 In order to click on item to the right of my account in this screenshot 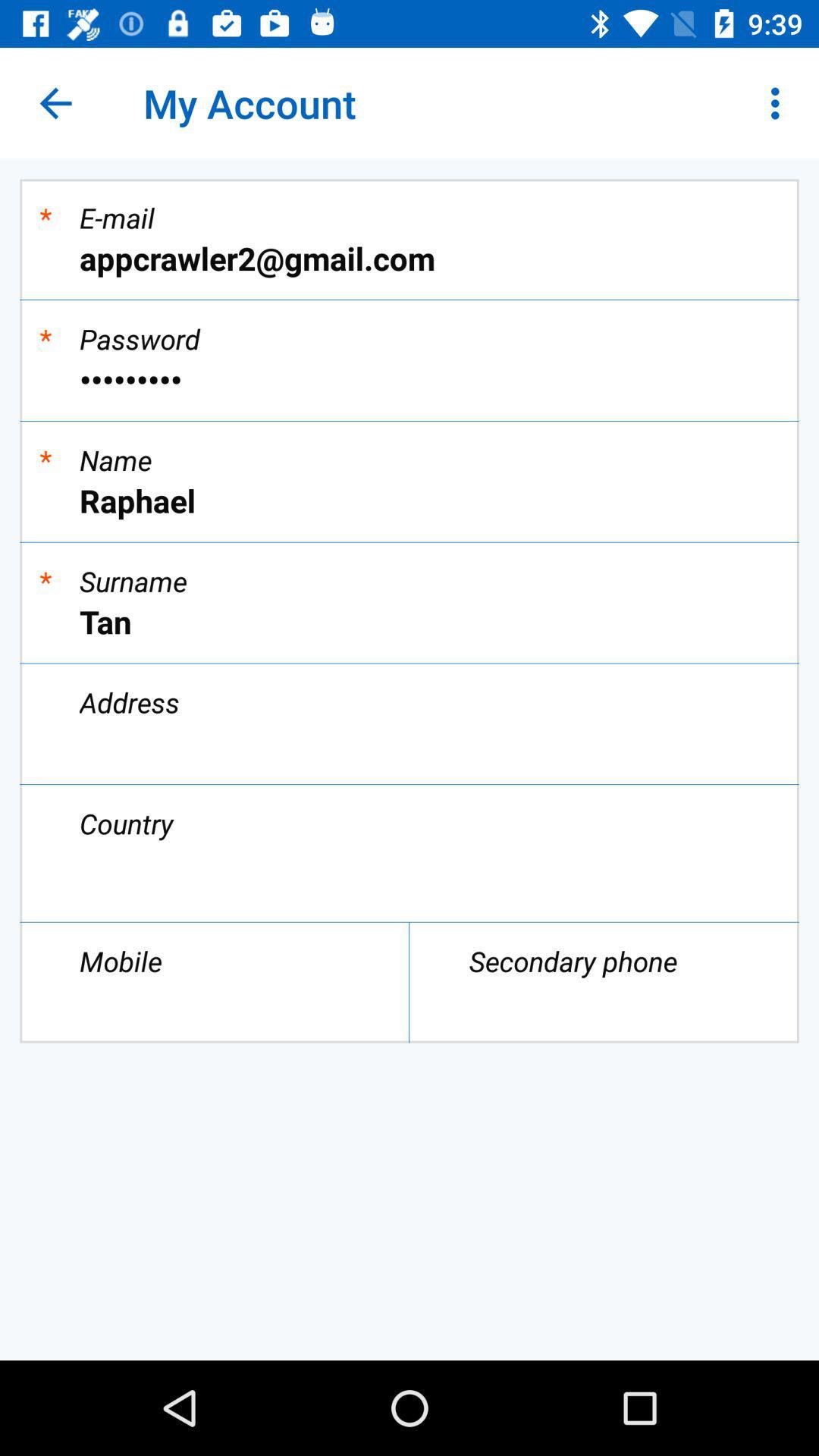, I will do `click(779, 102)`.